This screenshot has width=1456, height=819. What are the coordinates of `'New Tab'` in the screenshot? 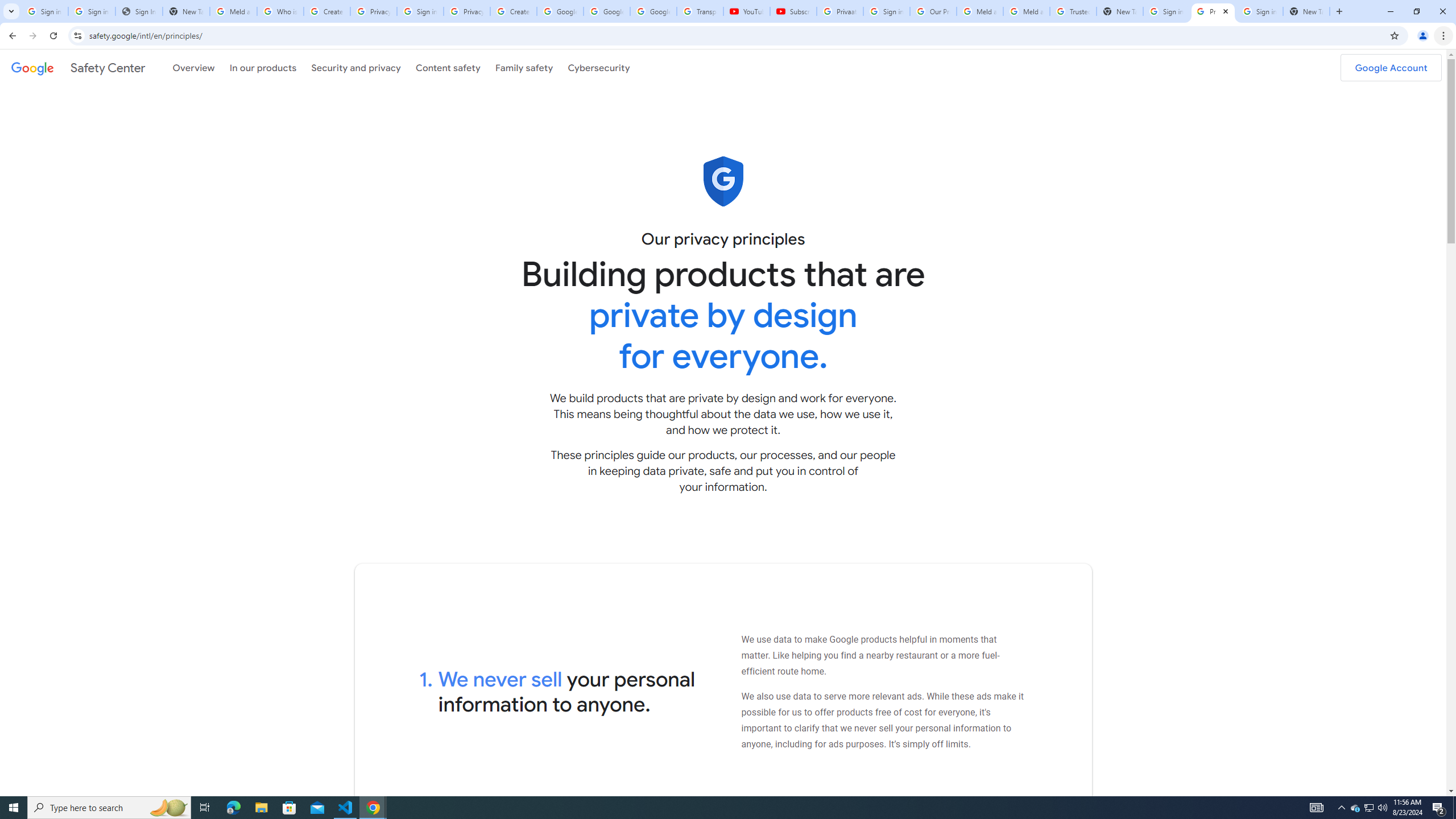 It's located at (1306, 11).